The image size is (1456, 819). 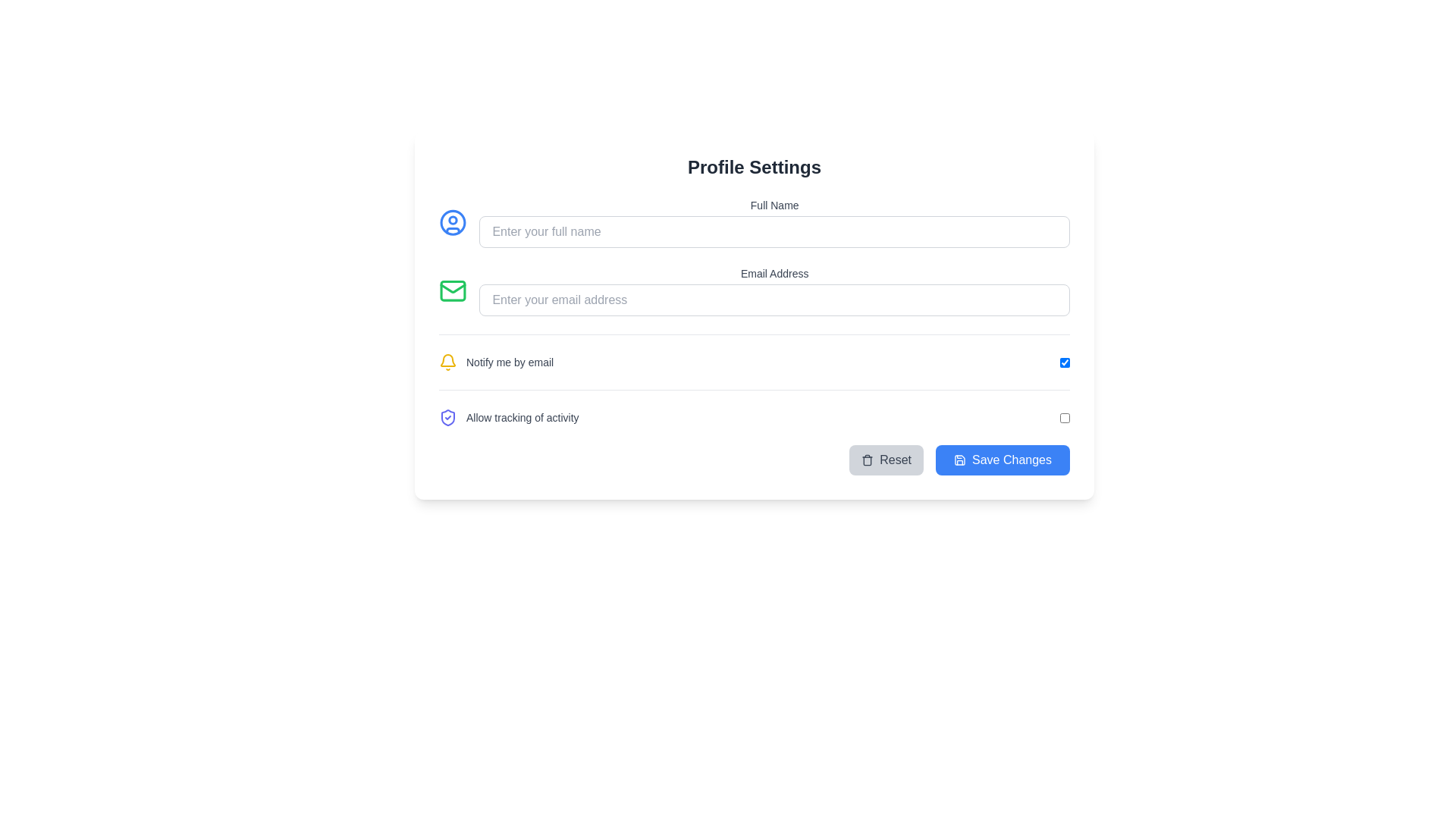 What do you see at coordinates (452, 222) in the screenshot?
I see `the decorative icon for the 'Full Name' input field, which is located on the far left of the input section, aligning with the placeholder text` at bounding box center [452, 222].